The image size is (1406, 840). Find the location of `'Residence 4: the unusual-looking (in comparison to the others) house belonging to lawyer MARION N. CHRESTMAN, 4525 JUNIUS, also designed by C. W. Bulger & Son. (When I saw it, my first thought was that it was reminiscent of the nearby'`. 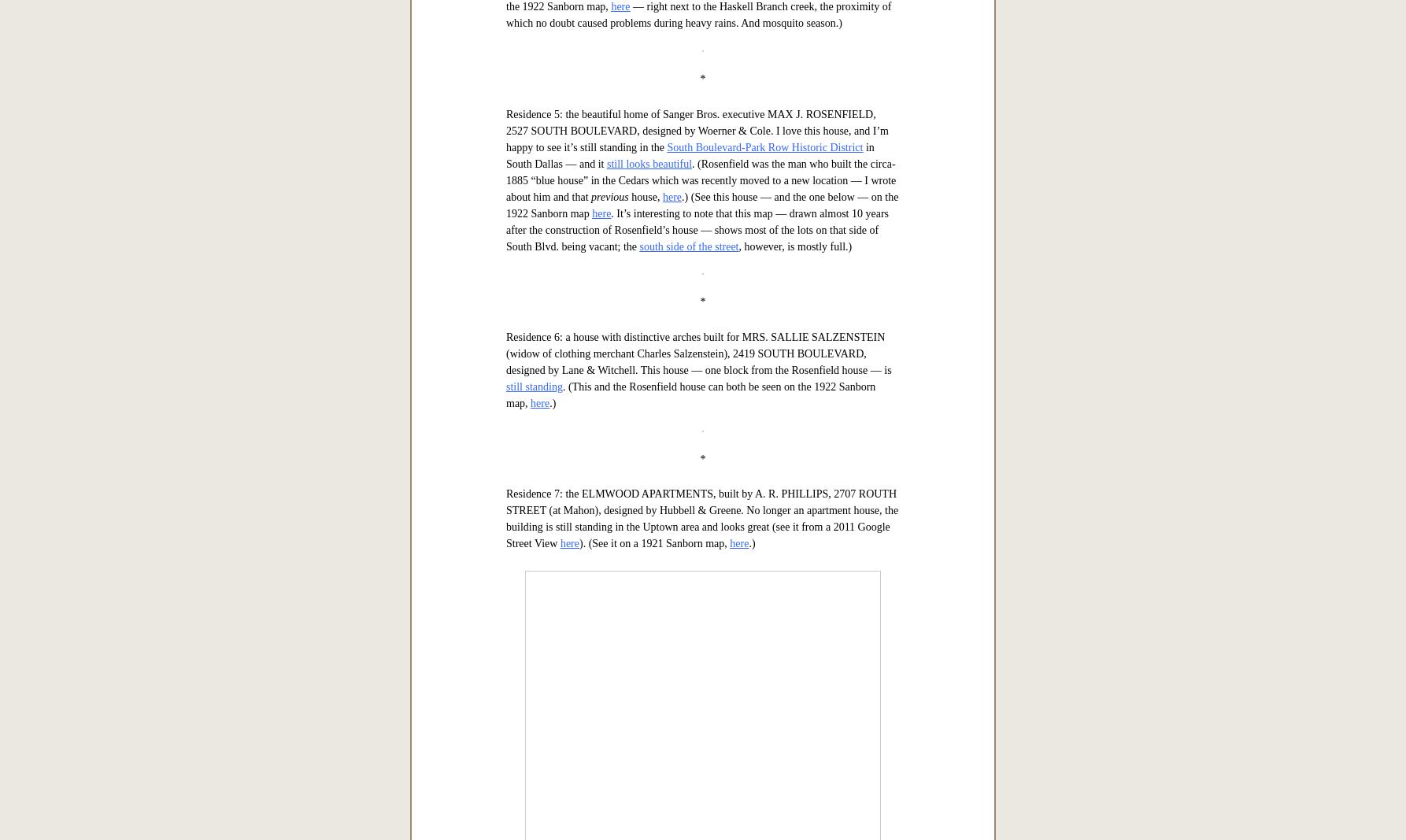

'Residence 4: the unusual-looking (in comparison to the others) house belonging to lawyer MARION N. CHRESTMAN, 4525 JUNIUS, also designed by C. W. Bulger & Son. (When I saw it, my first thought was that it was reminiscent of the nearby' is located at coordinates (695, 401).